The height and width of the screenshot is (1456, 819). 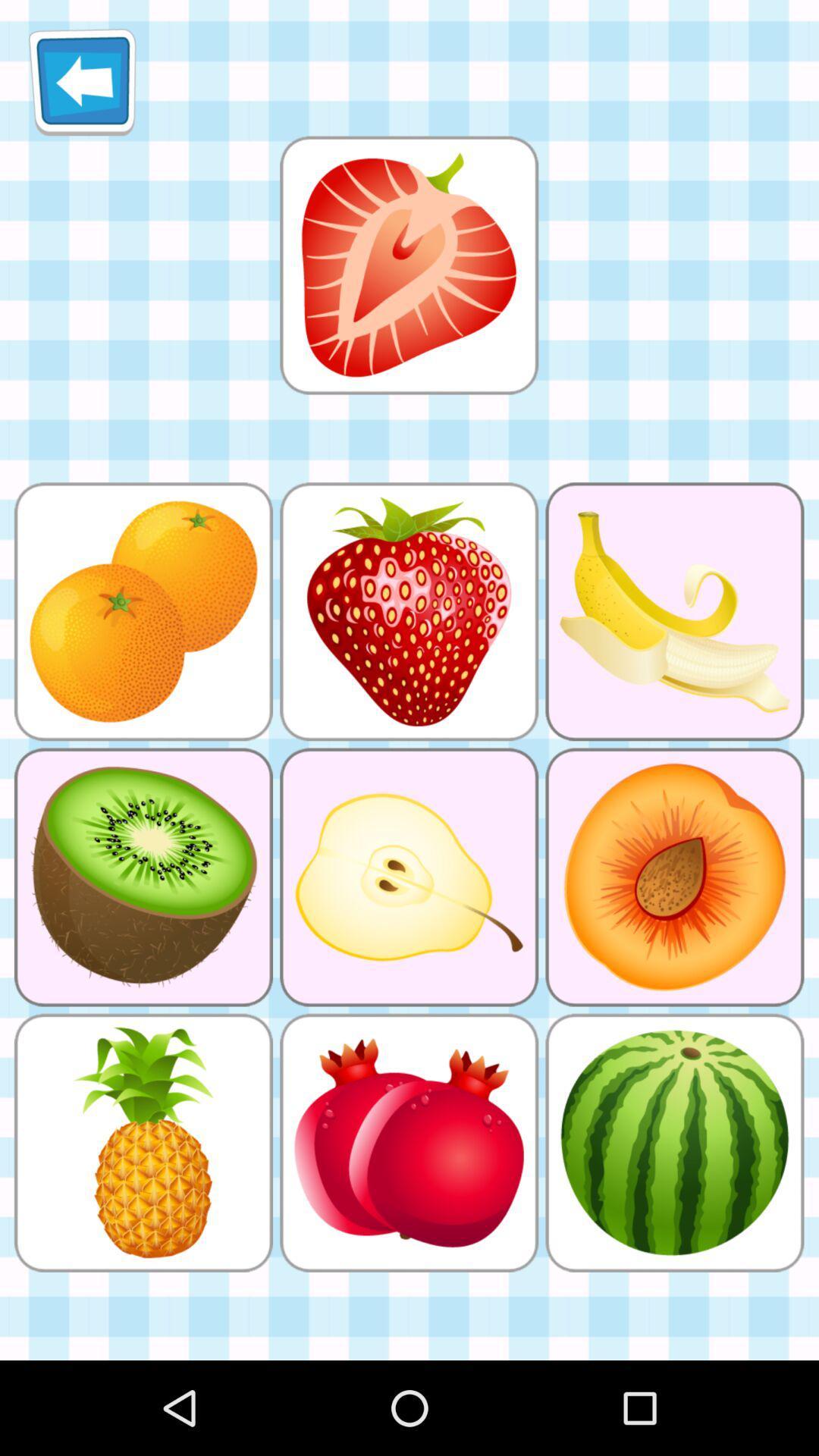 What do you see at coordinates (408, 265) in the screenshot?
I see `images` at bounding box center [408, 265].